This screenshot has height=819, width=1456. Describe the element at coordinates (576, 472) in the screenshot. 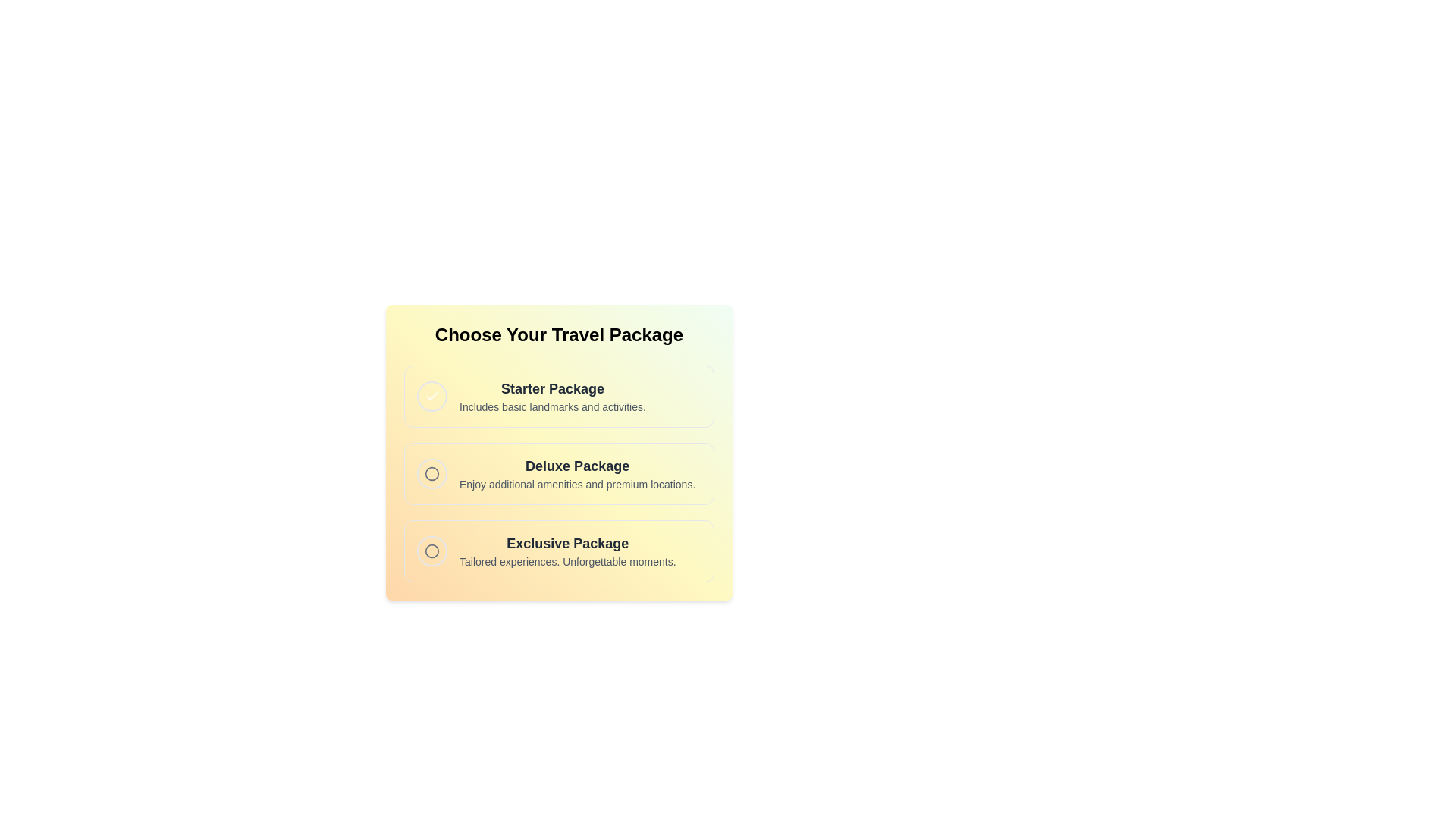

I see `the 'Deluxe Package' label, which is the second option in the travel package selection interface, positioned between 'Starter Package' and 'Exclusive Package'` at that location.